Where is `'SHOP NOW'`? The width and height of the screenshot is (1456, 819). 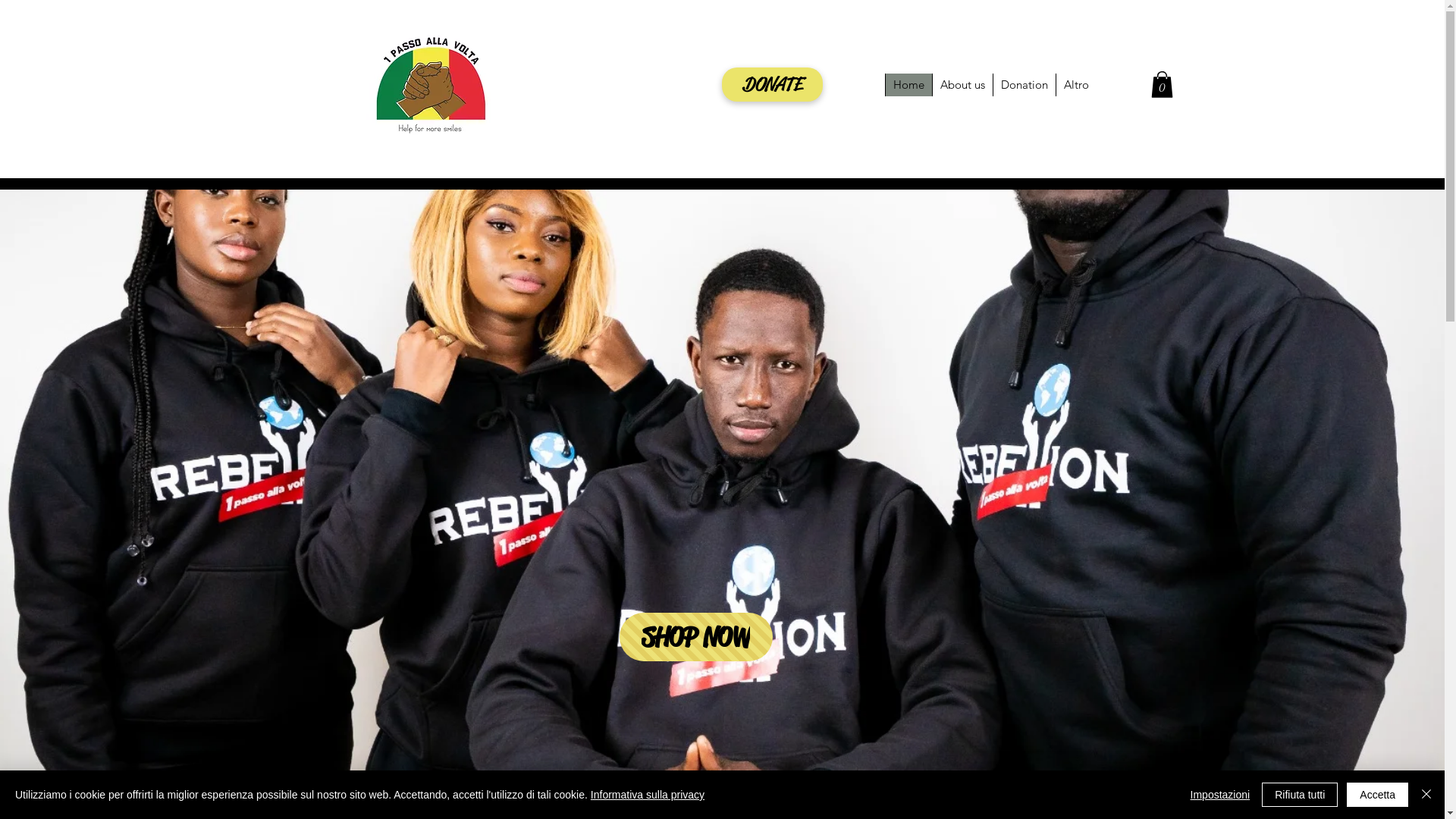 'SHOP NOW' is located at coordinates (694, 637).